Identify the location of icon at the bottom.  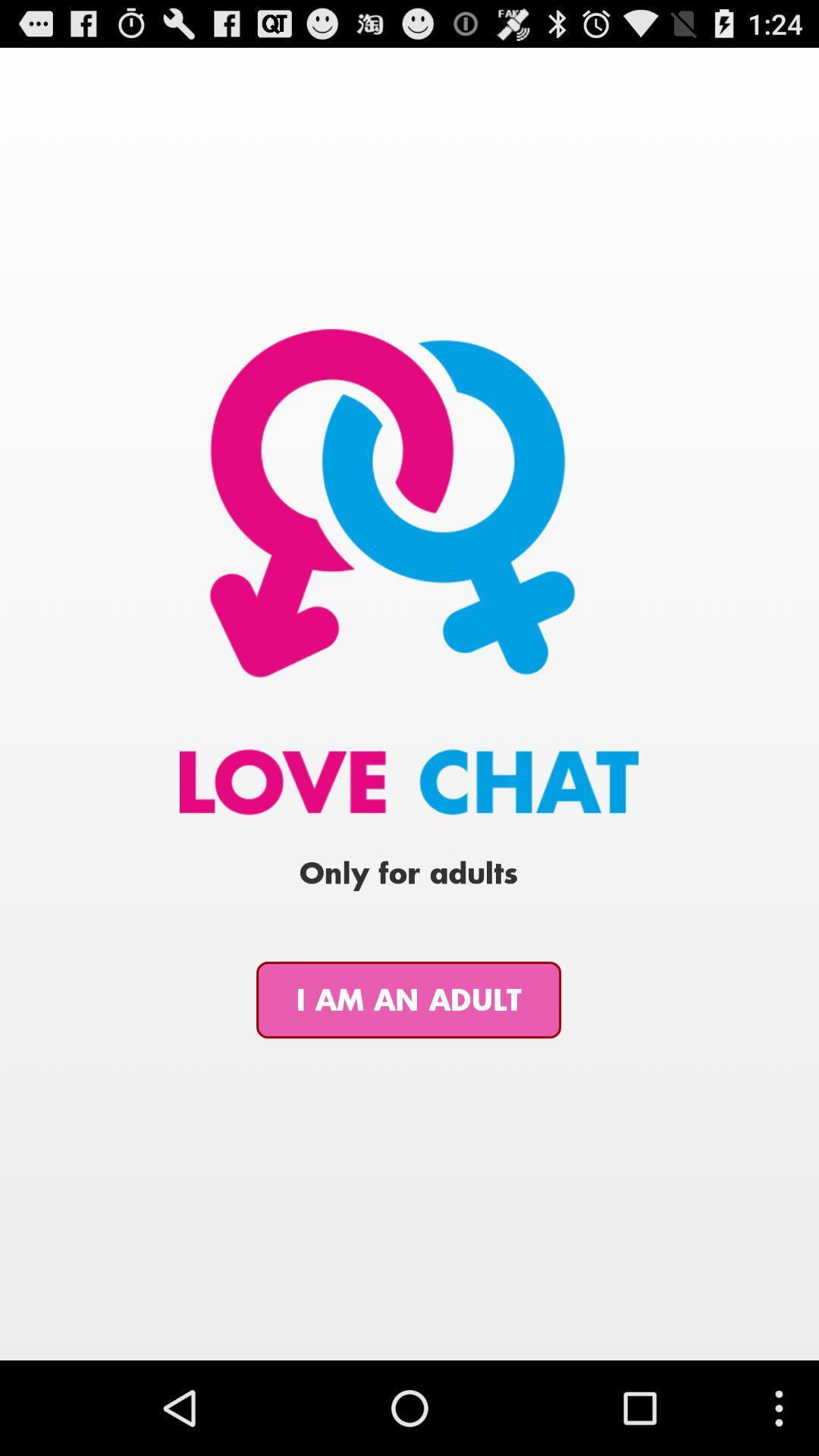
(408, 999).